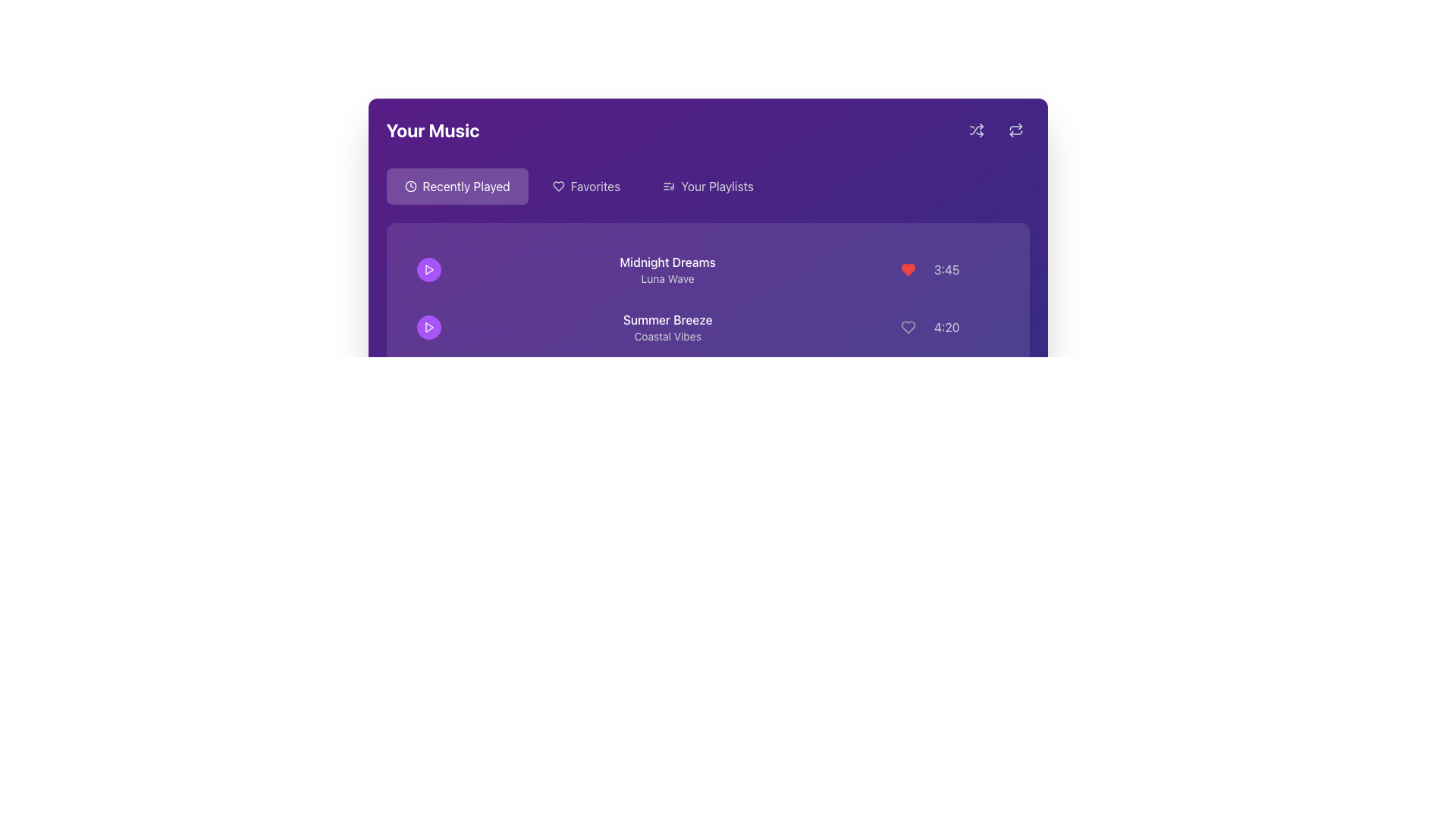 The height and width of the screenshot is (819, 1456). What do you see at coordinates (1015, 130) in the screenshot?
I see `the repeat mode toggle button located in the top right corner of the interface, adjacent to the shuffle icon` at bounding box center [1015, 130].